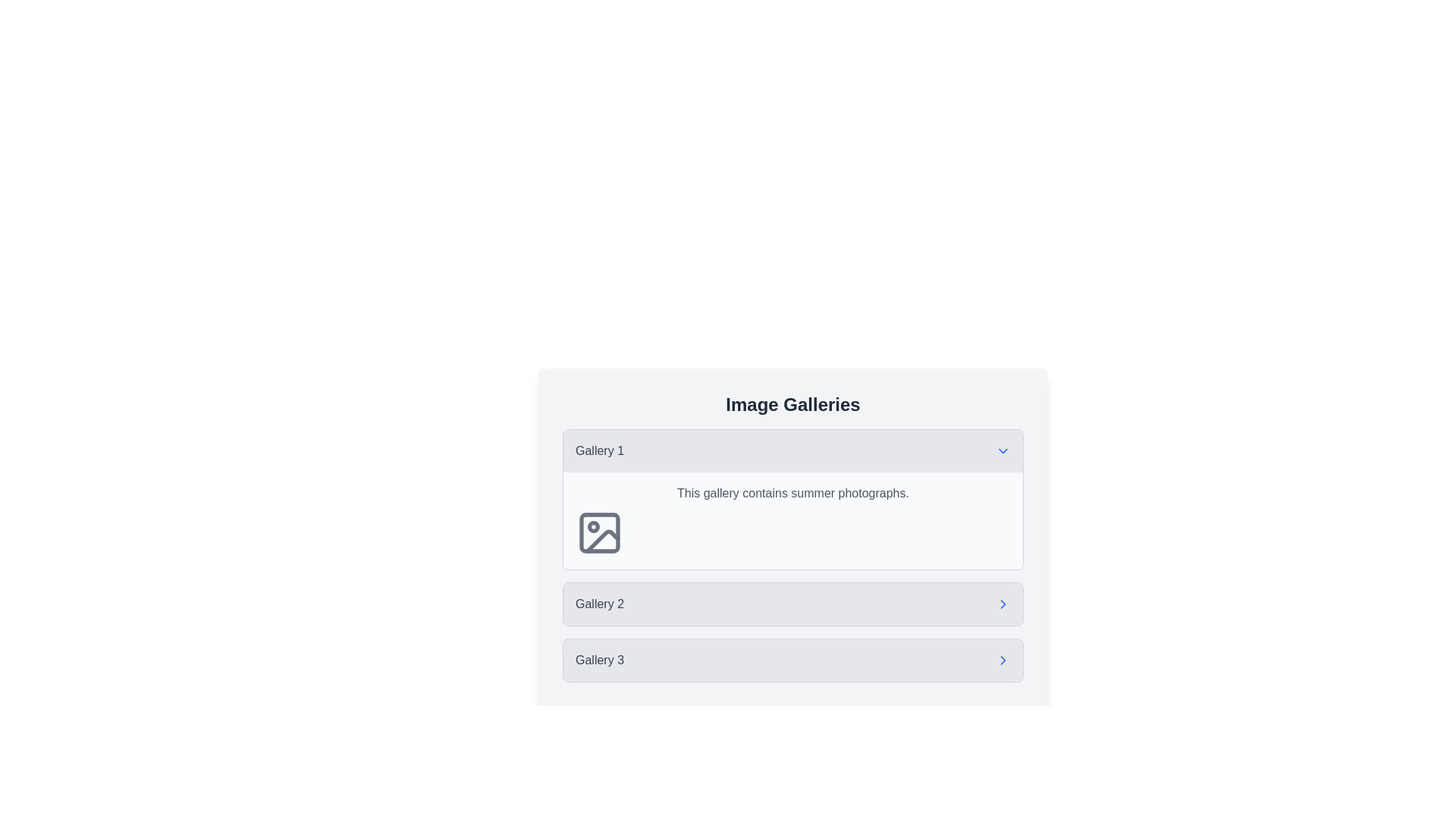 This screenshot has height=819, width=1456. What do you see at coordinates (792, 403) in the screenshot?
I see `the prominently styled heading text label reading 'Image Galleries' at the top of the section` at bounding box center [792, 403].